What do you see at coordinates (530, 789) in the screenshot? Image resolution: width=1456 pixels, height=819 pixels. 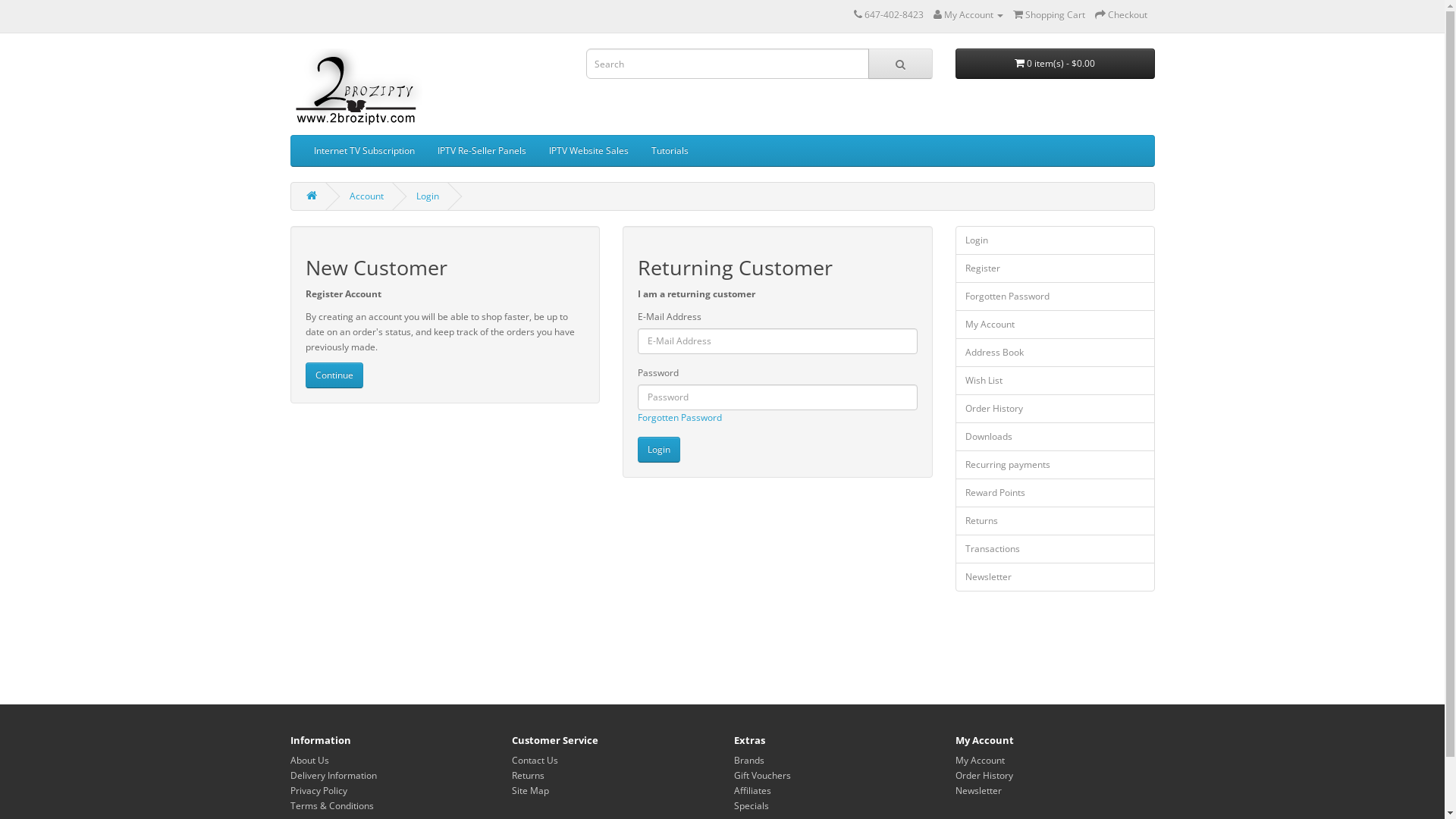 I see `'Site Map'` at bounding box center [530, 789].